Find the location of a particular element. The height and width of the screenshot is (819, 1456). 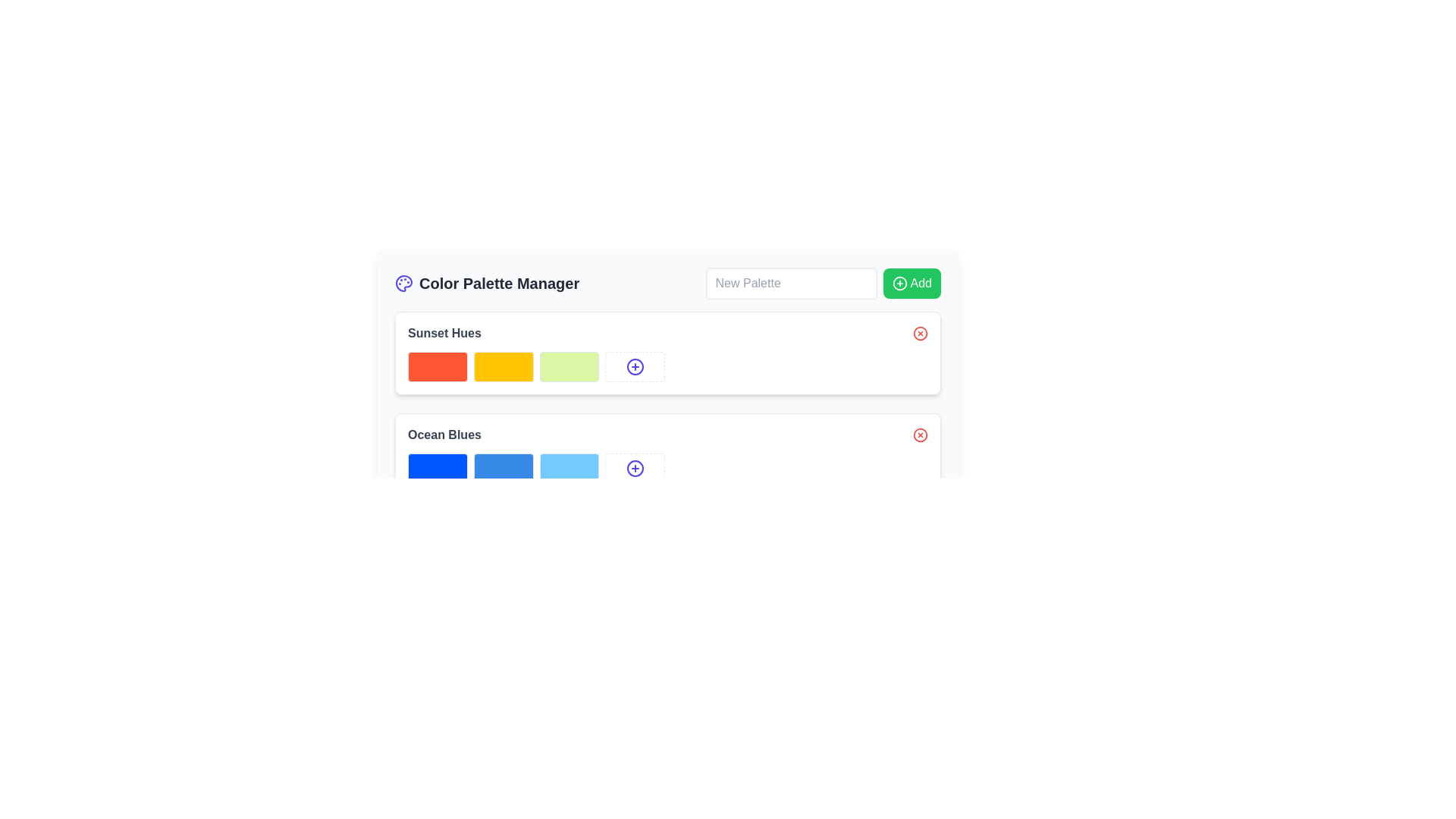

the visual representation of the color palette icon located in the top-left section of the user interface, adjacent to the title 'Color Palette Manager' is located at coordinates (403, 284).